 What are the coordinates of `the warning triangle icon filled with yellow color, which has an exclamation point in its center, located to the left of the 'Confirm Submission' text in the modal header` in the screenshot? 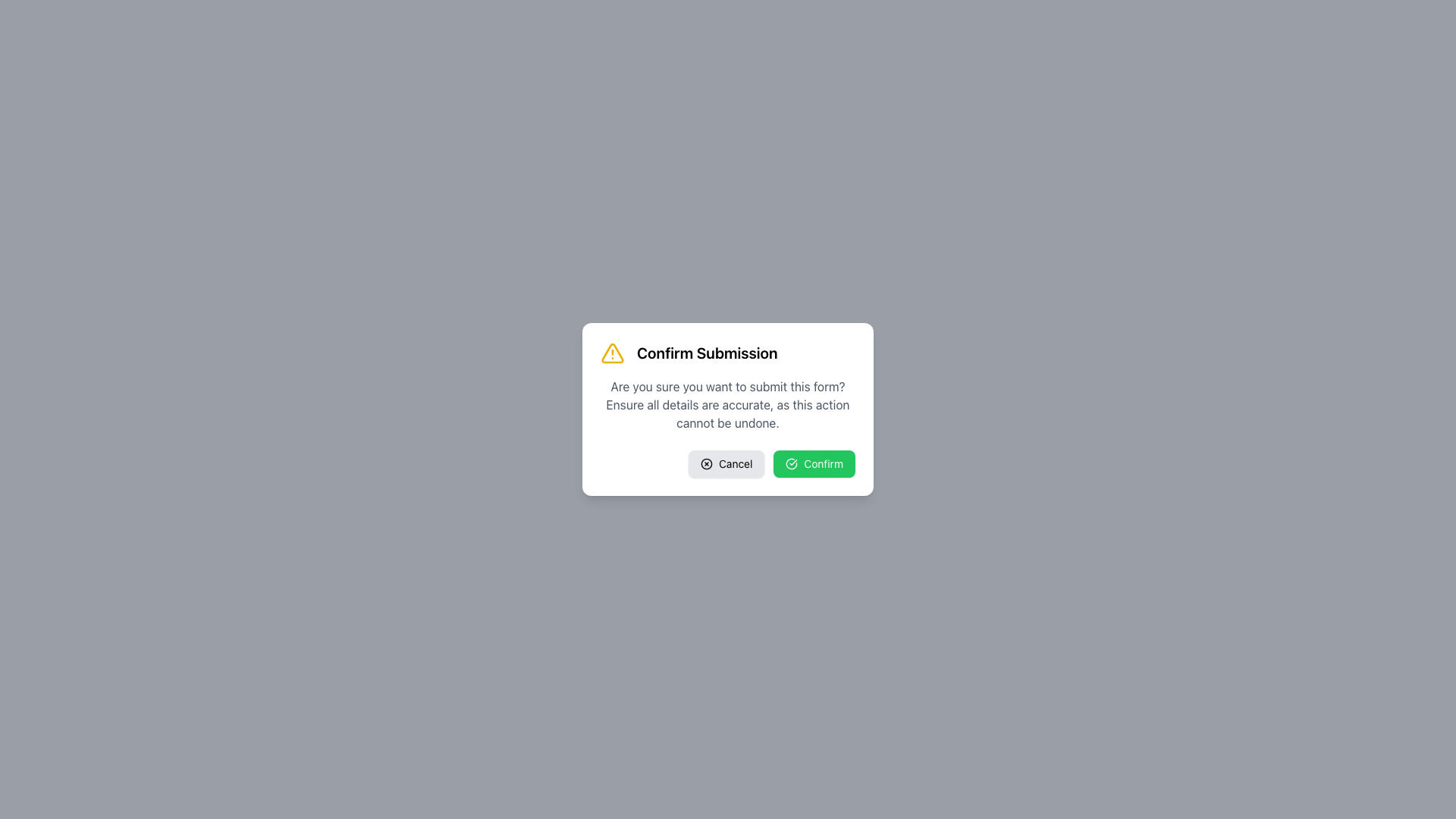 It's located at (612, 353).